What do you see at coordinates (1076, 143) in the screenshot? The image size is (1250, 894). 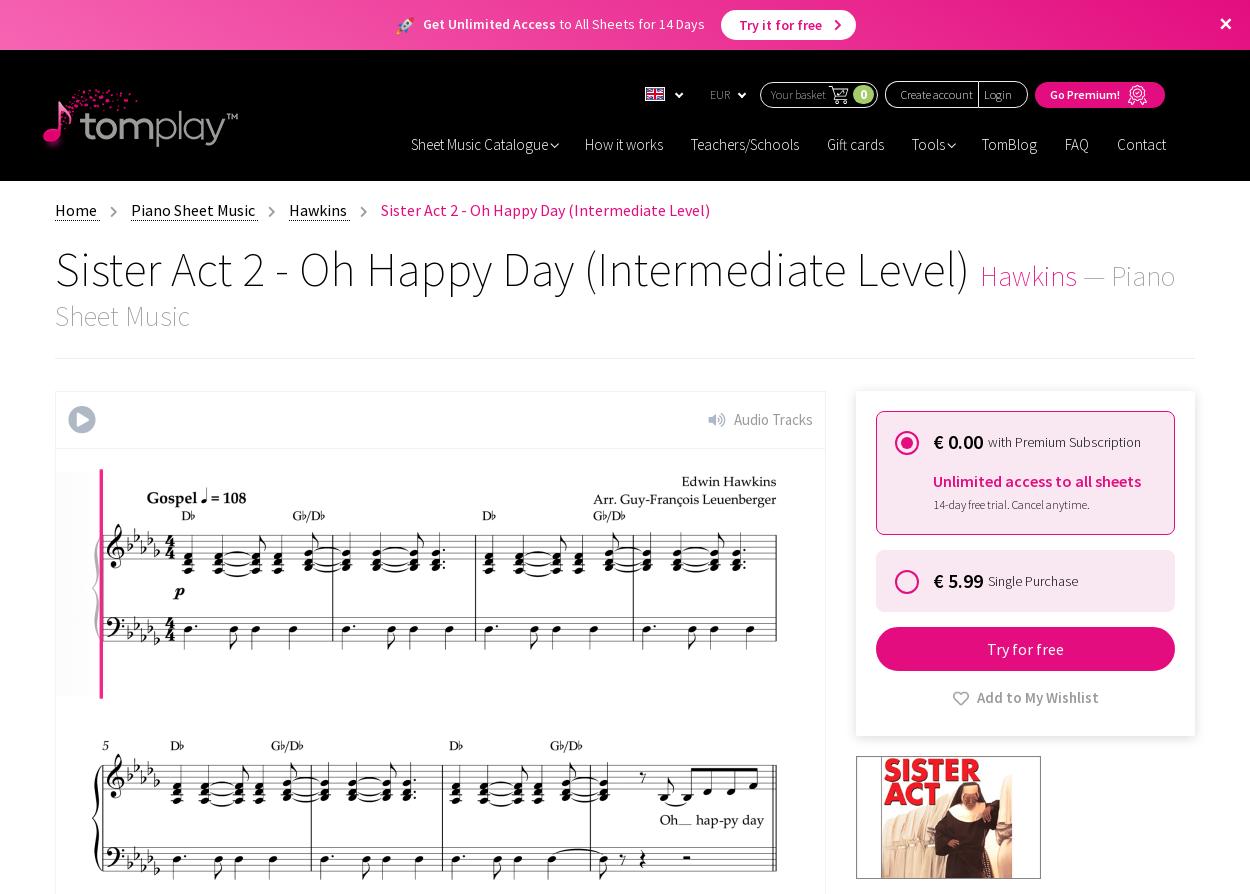 I see `'FAQ'` at bounding box center [1076, 143].